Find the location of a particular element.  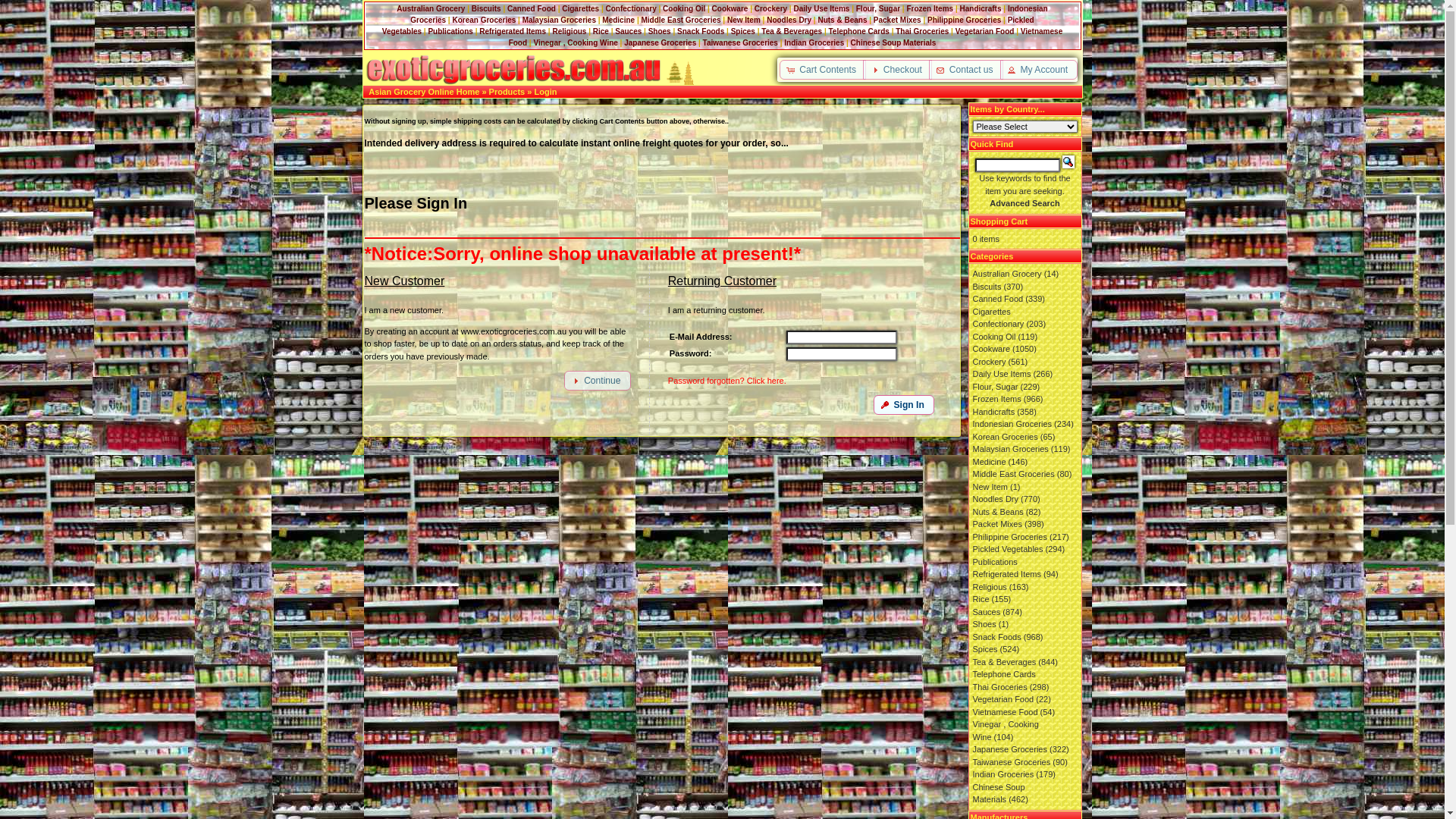

'Handicrafts' is located at coordinates (981, 8).